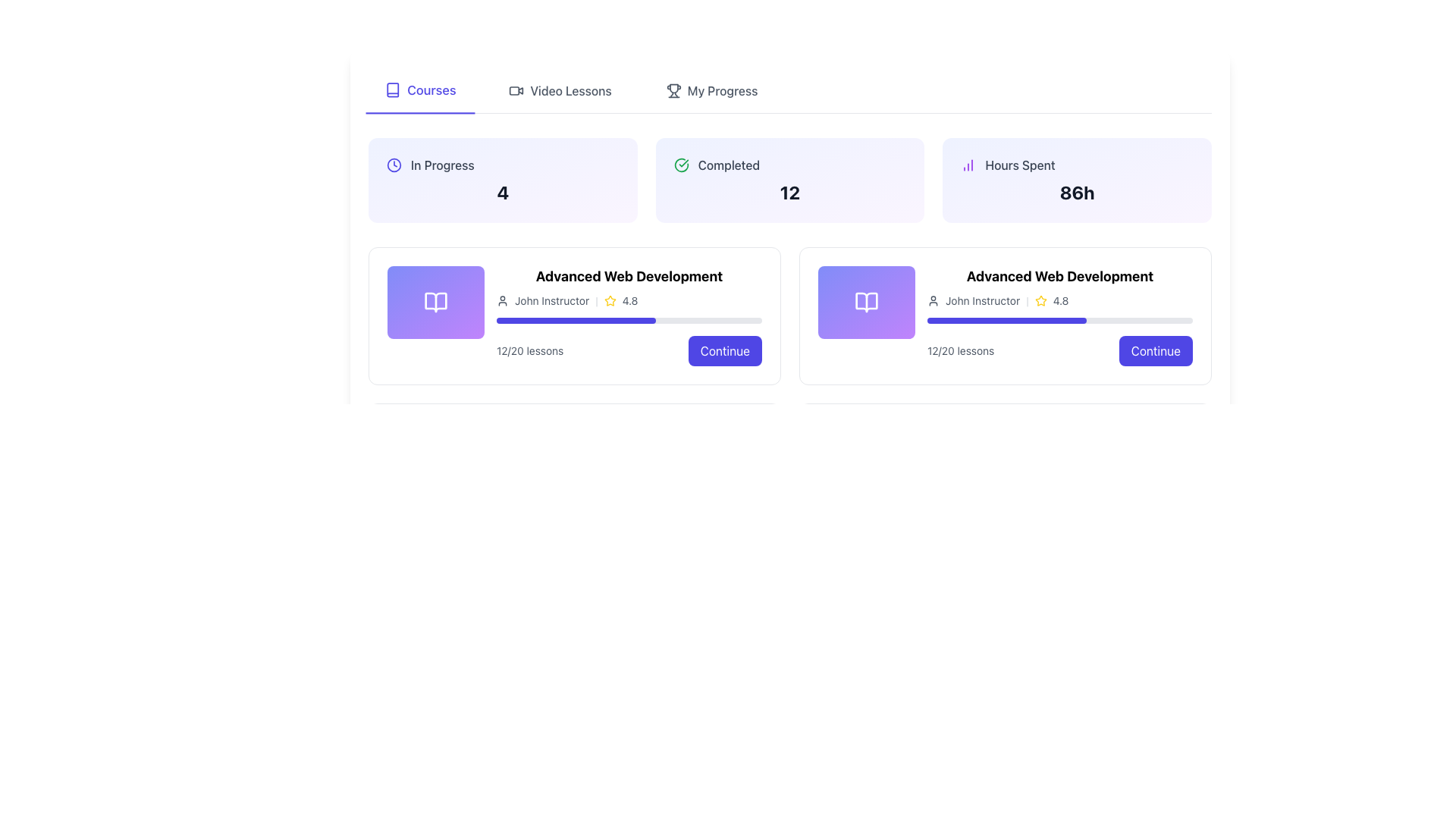 The image size is (1456, 819). I want to click on the text label that indicates the amount of hours spent, located near the top-right side of the interface, above the '86h' text, so click(1020, 165).